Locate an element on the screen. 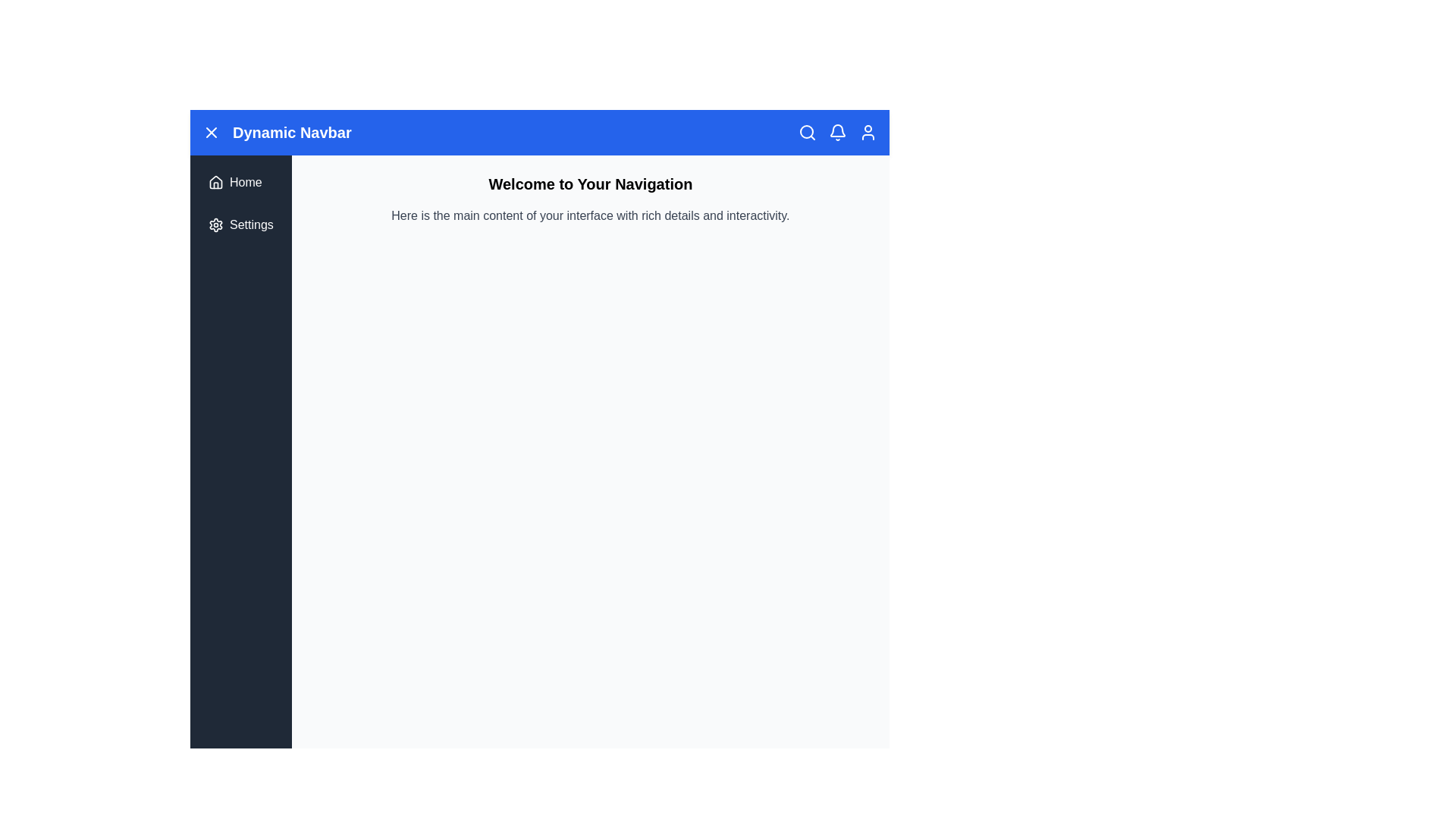 The width and height of the screenshot is (1456, 819). the house icon on the left sidebar is located at coordinates (215, 181).